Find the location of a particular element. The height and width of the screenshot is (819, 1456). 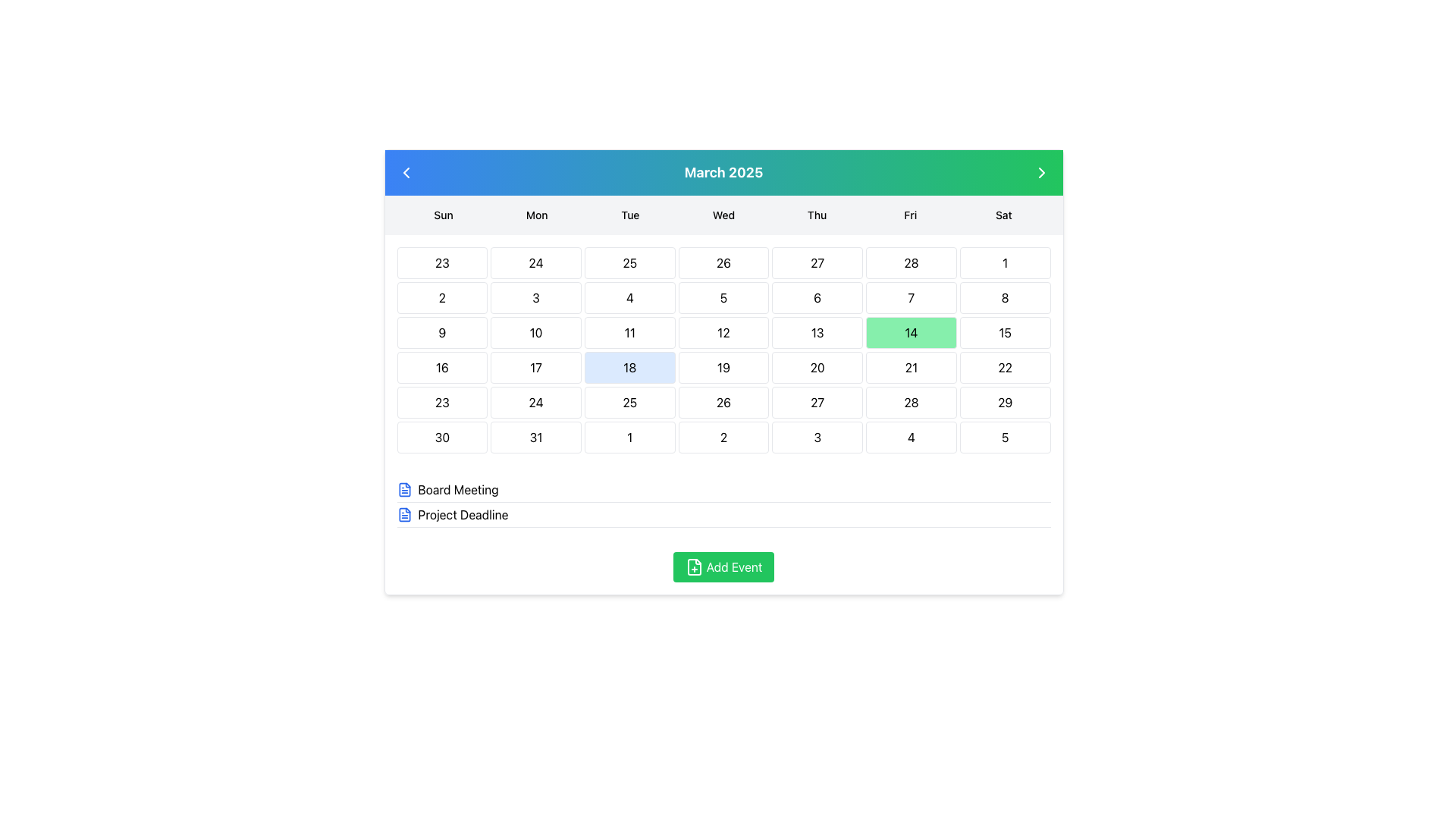

the day cell representing Wednesday, March 26, 2025 is located at coordinates (723, 262).